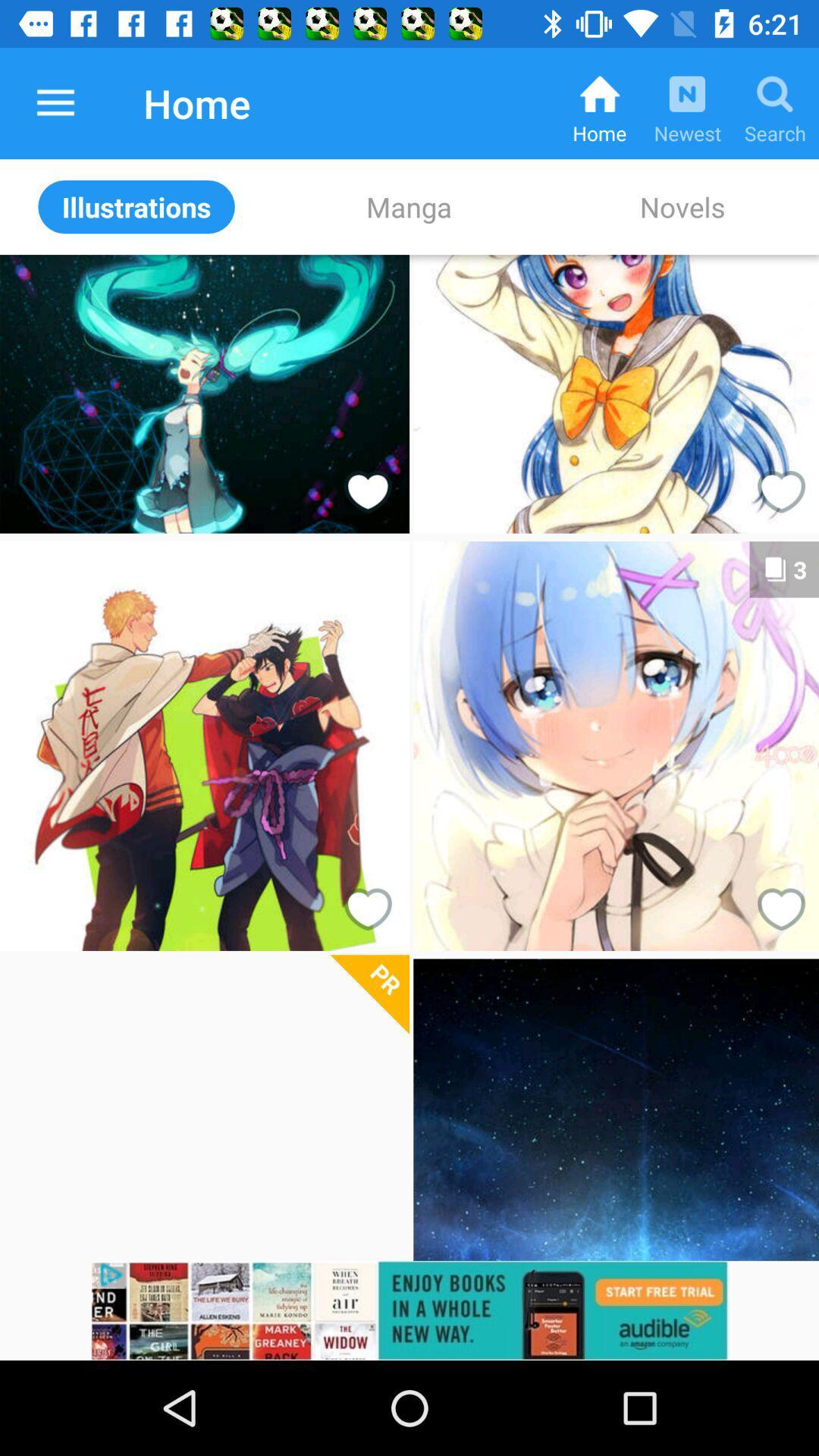 This screenshot has height=1456, width=819. What do you see at coordinates (203, 1110) in the screenshot?
I see `picture` at bounding box center [203, 1110].